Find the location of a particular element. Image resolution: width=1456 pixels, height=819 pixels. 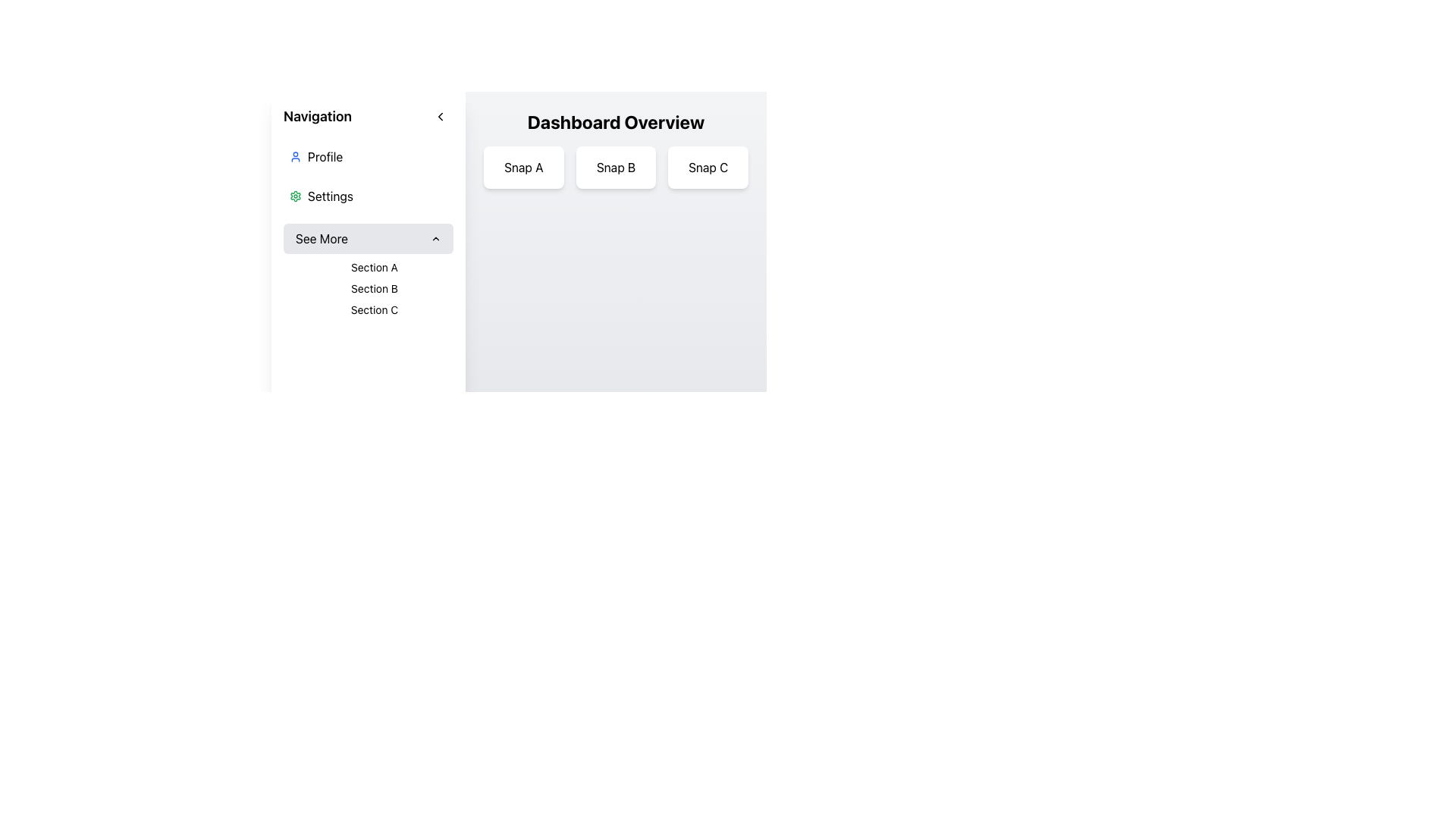

the leftward-pointing chevron icon located in the top right corner of the navigation sidebar, which is styled with a hollow outline and is centered in a circular button is located at coordinates (439, 116).